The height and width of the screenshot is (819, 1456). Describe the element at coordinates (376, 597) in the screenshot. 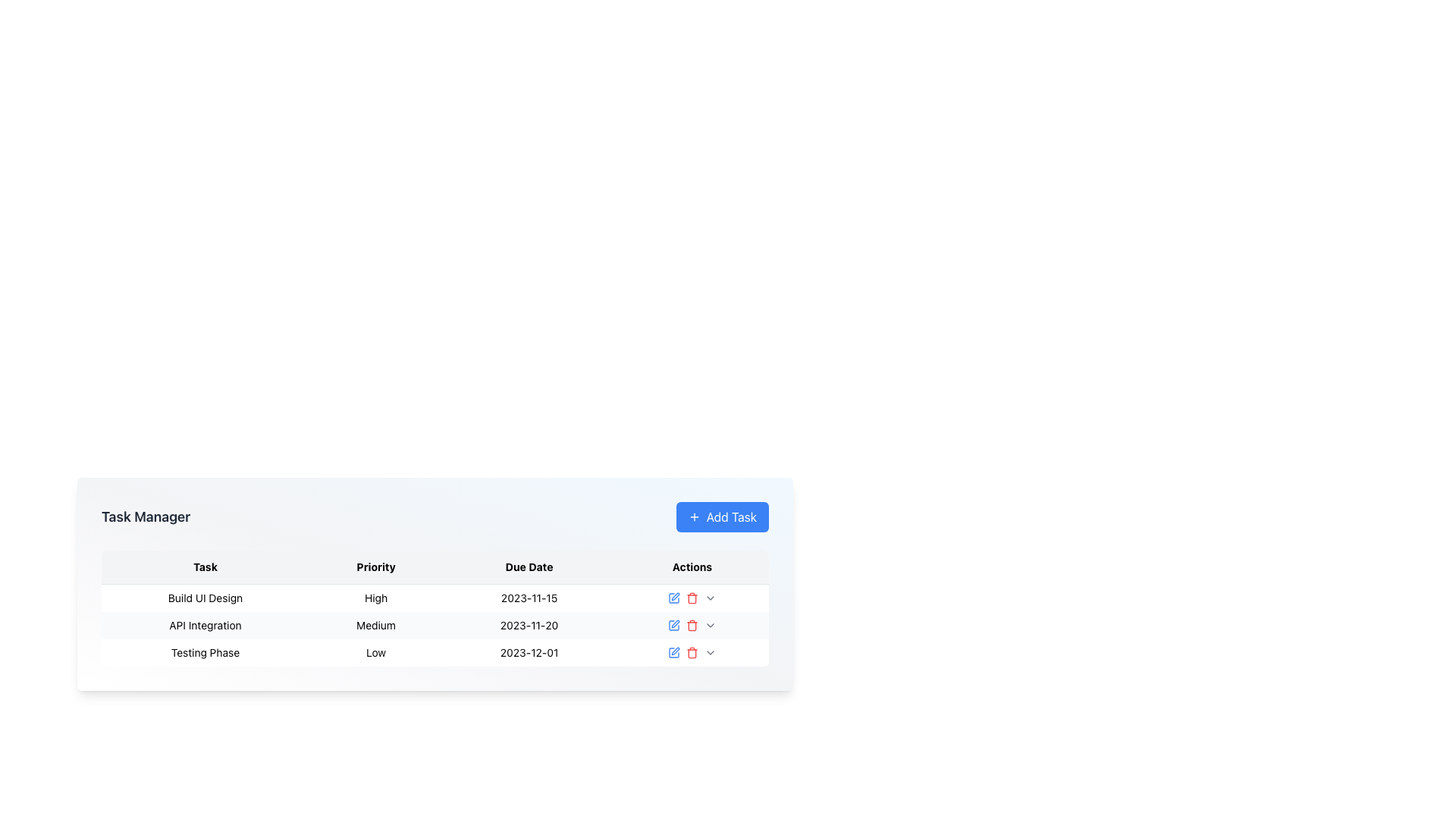

I see `the text label displaying 'High' in the 'Priority' column of the table for the task 'Build UI Design'` at that location.